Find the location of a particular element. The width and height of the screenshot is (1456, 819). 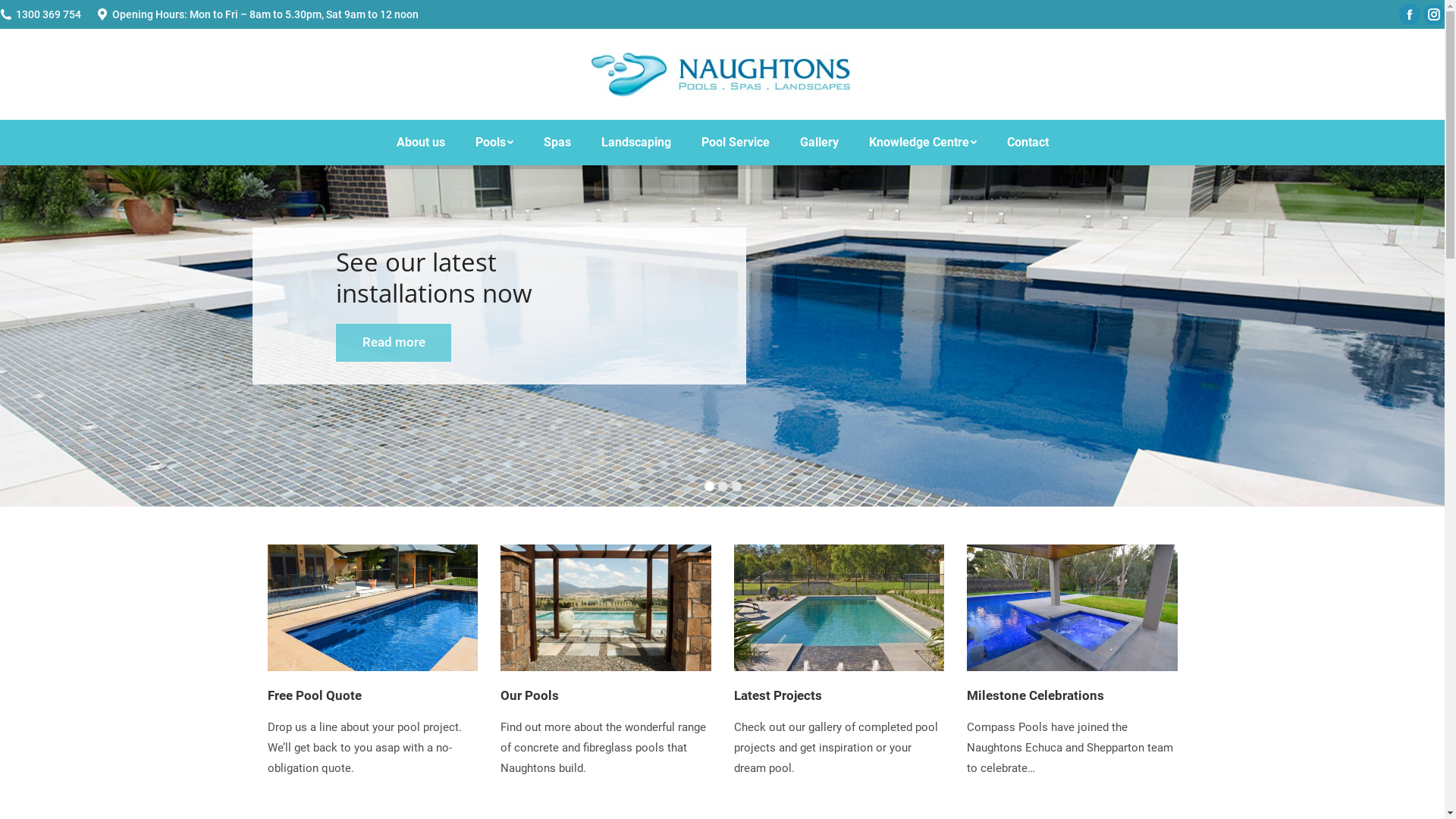

'1300 369 754' is located at coordinates (48, 14).